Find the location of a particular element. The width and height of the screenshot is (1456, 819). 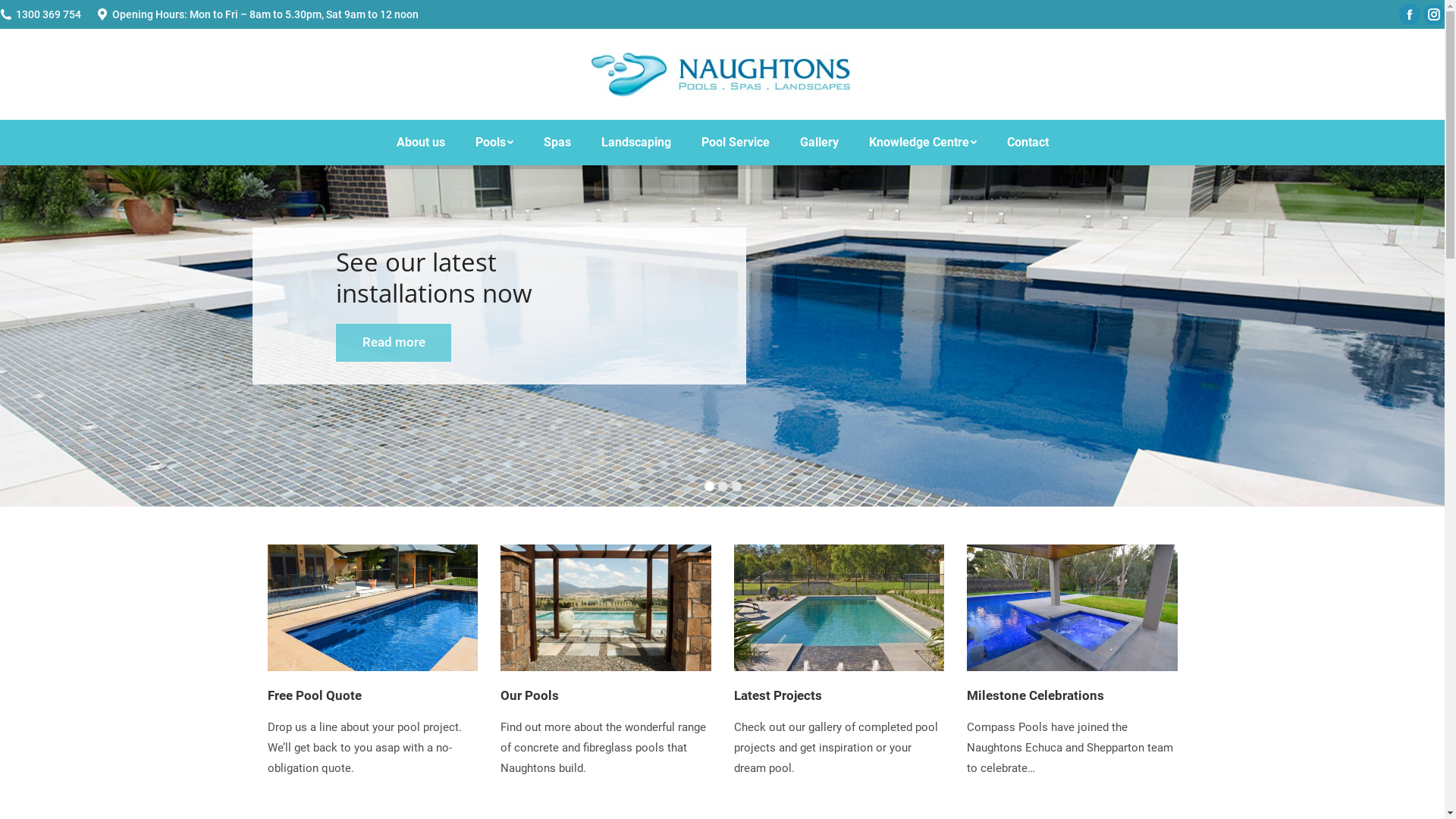

'1300 369 754' is located at coordinates (48, 14).